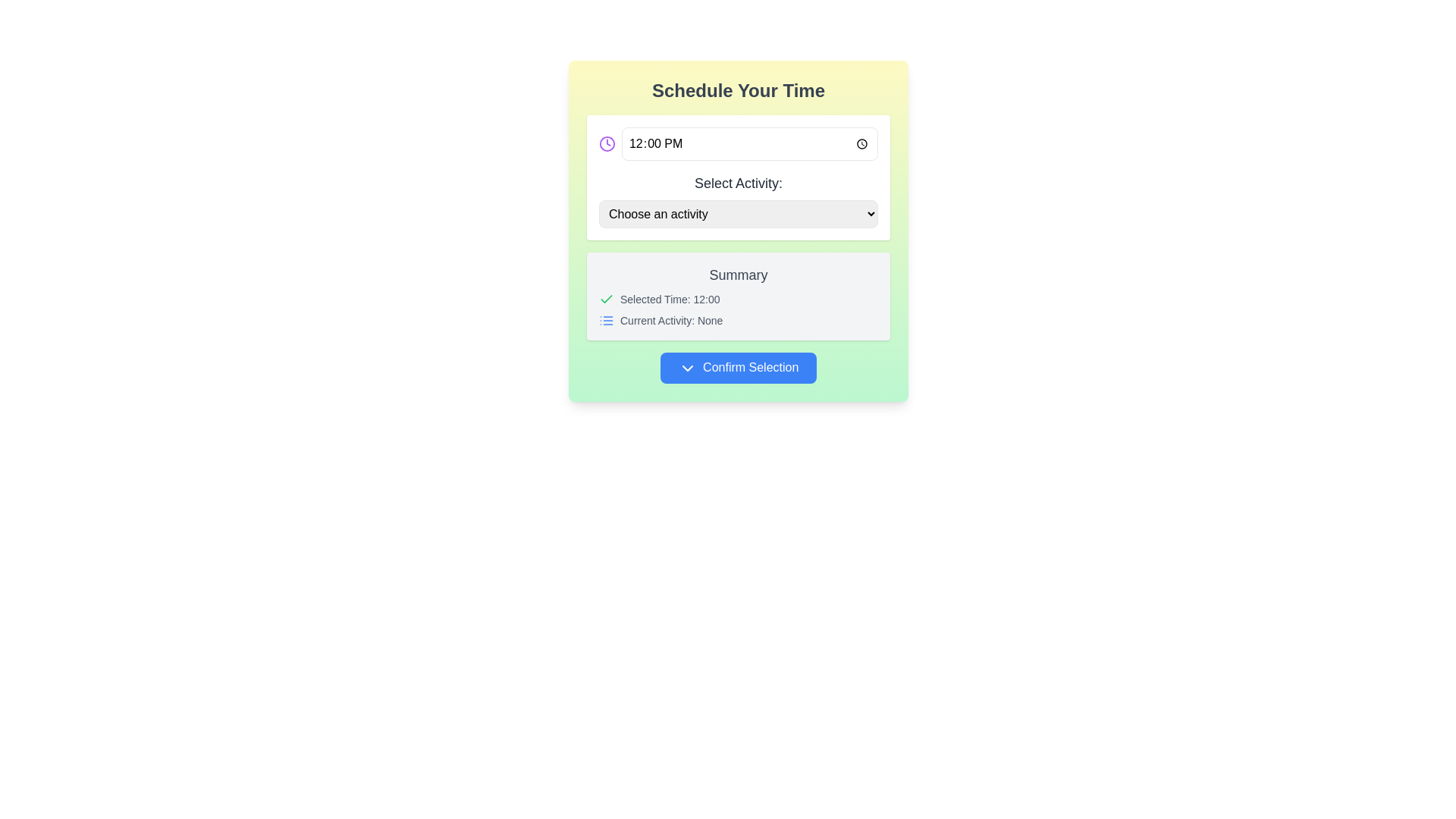 The image size is (1456, 819). What do you see at coordinates (739, 368) in the screenshot?
I see `the blue rounded button labeled 'Confirm Selection' with a chevron-down icon, located below the 'Summary' section in the UI card` at bounding box center [739, 368].